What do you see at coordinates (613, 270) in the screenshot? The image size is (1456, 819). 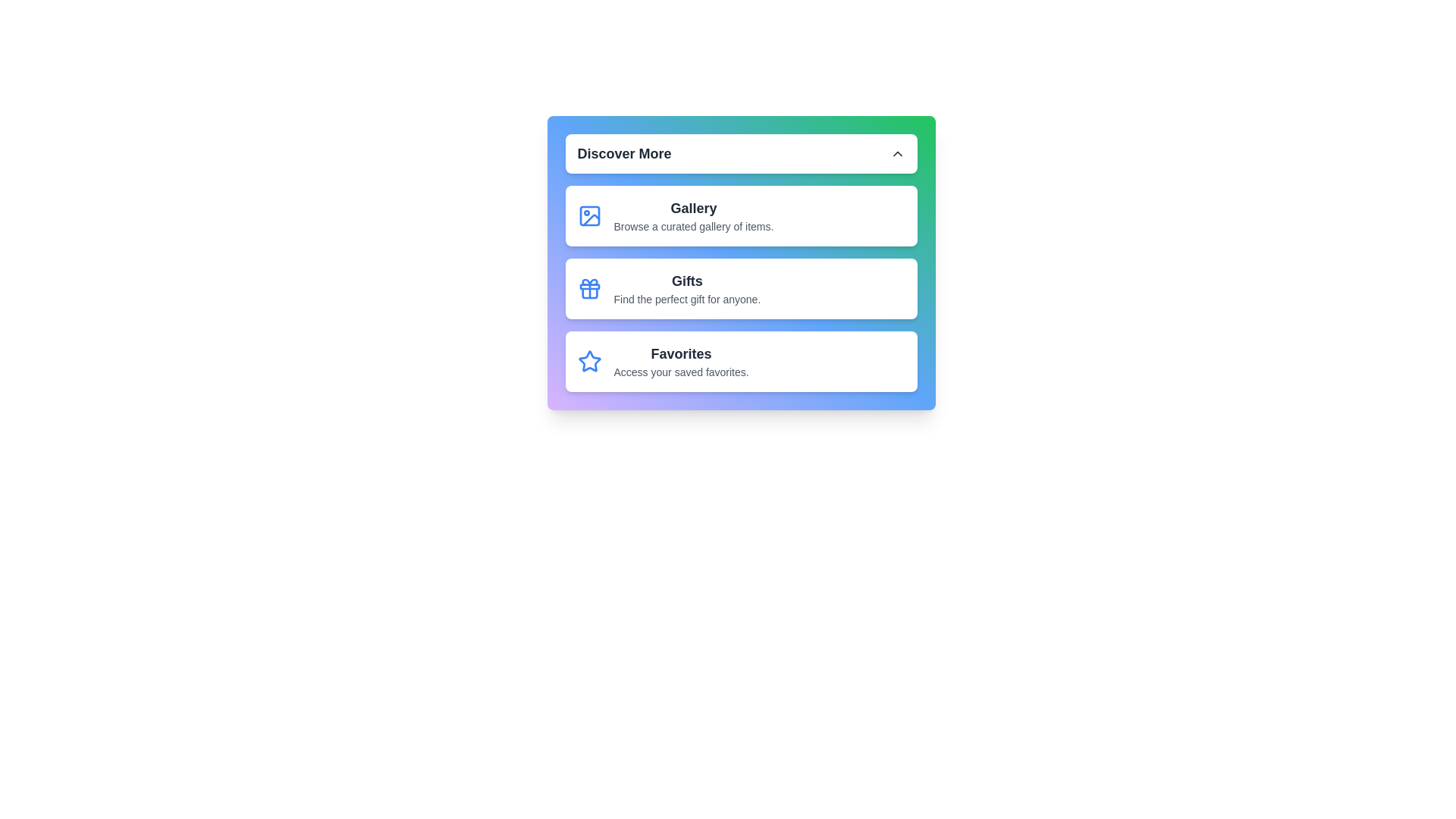 I see `the text content of the menu item Gifts` at bounding box center [613, 270].